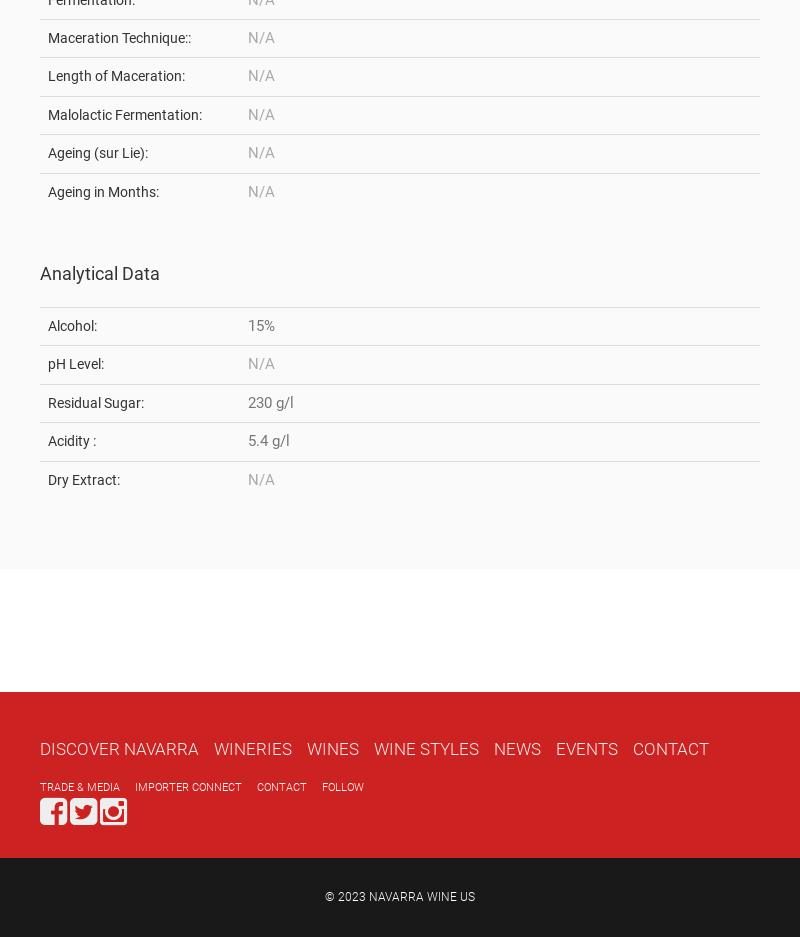 Image resolution: width=800 pixels, height=937 pixels. What do you see at coordinates (96, 401) in the screenshot?
I see `'Residual Sugar:'` at bounding box center [96, 401].